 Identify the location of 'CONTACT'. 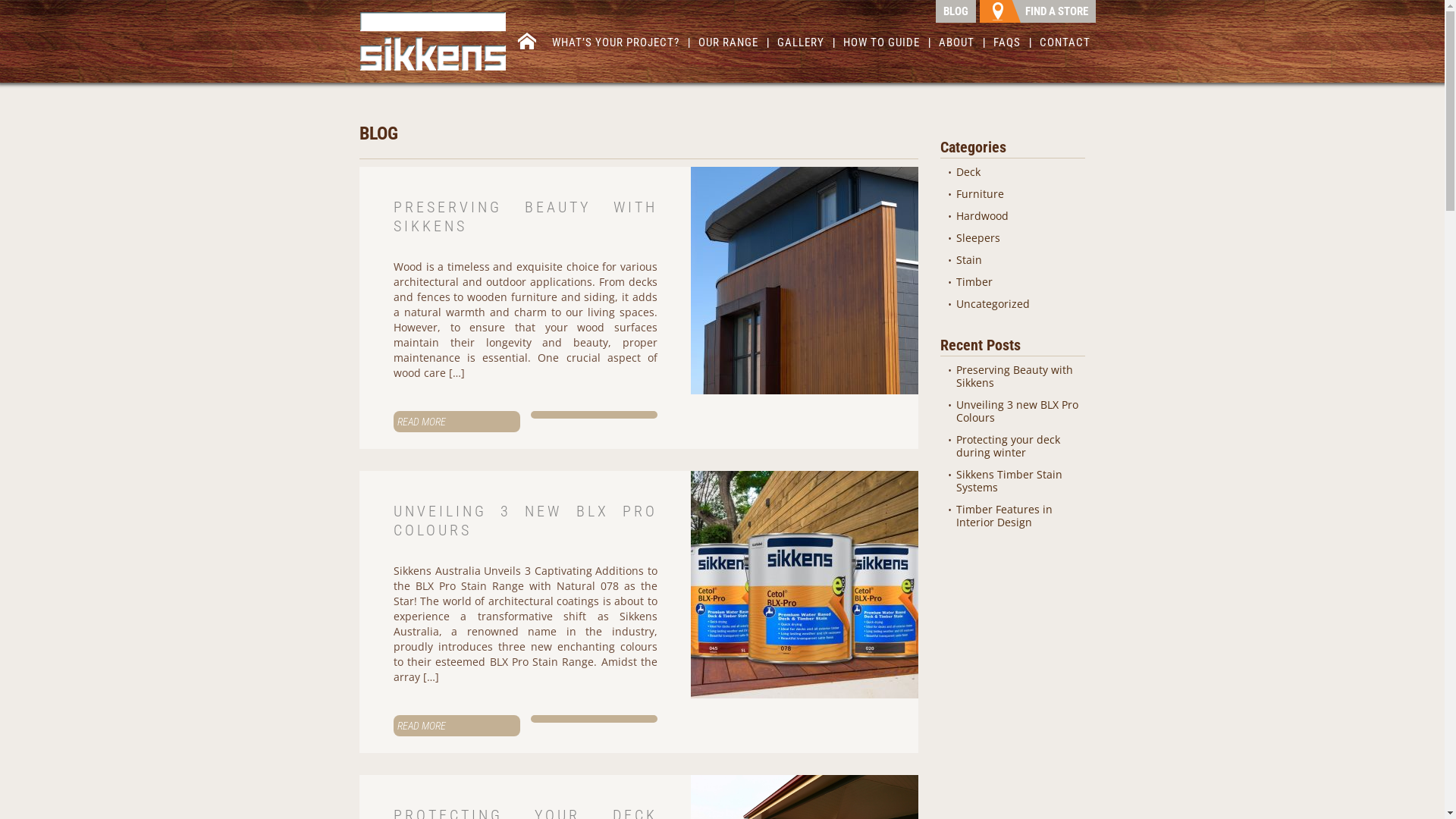
(1036, 45).